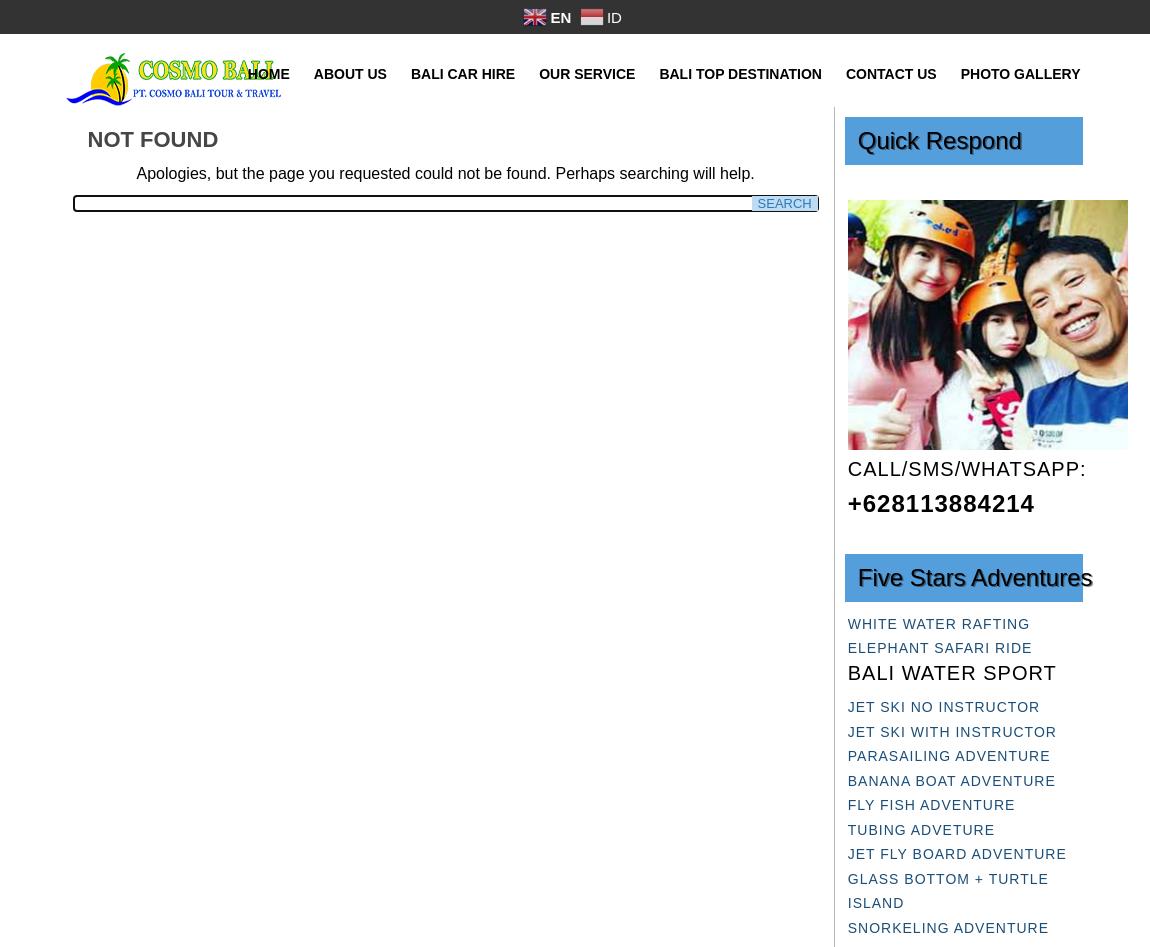 The height and width of the screenshot is (947, 1150). I want to click on 'Call/SMS/WhatsApp:', so click(966, 468).